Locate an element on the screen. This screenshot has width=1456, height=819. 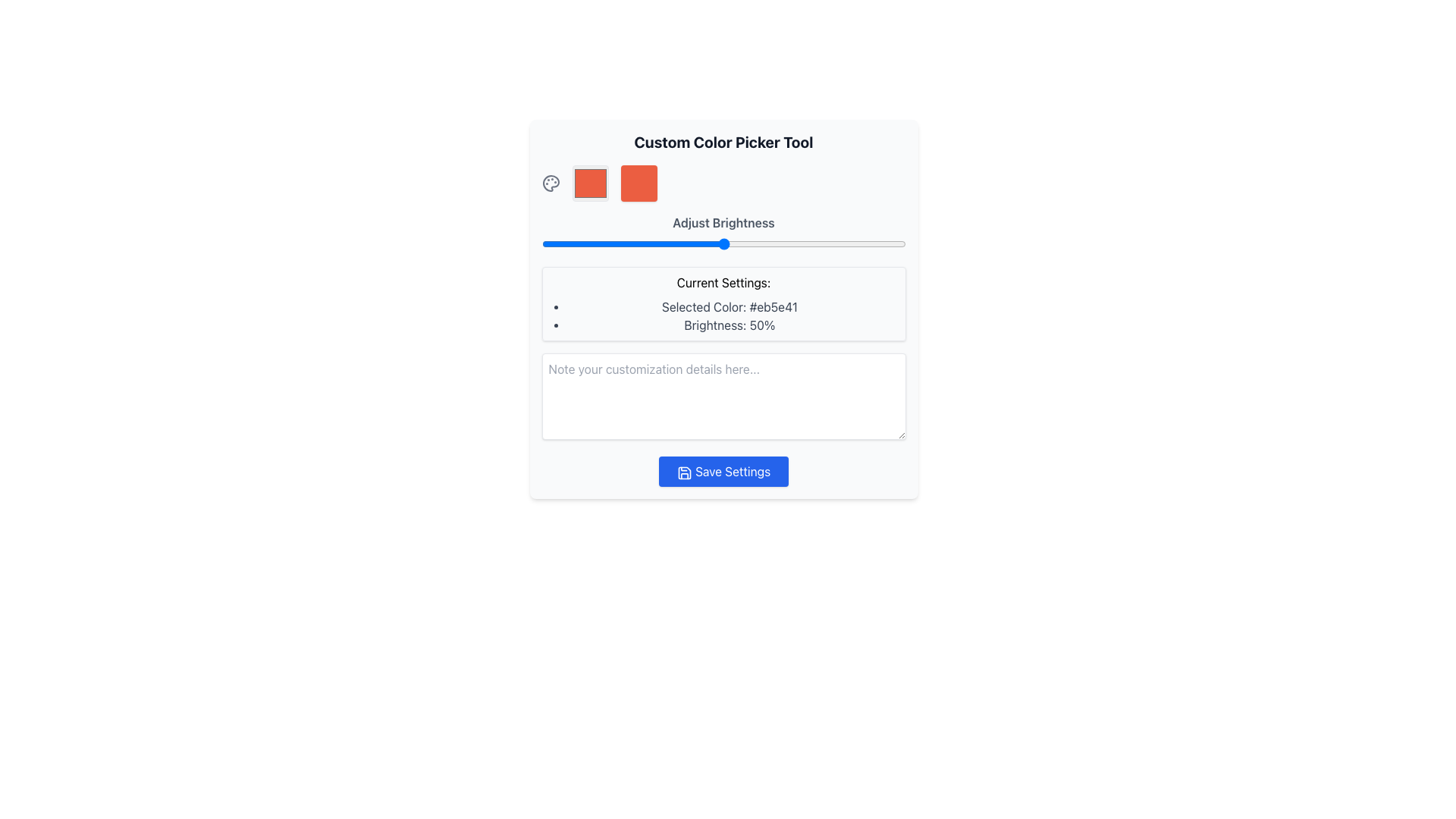
the 'Save Settings' button with a blue background and white text is located at coordinates (723, 470).